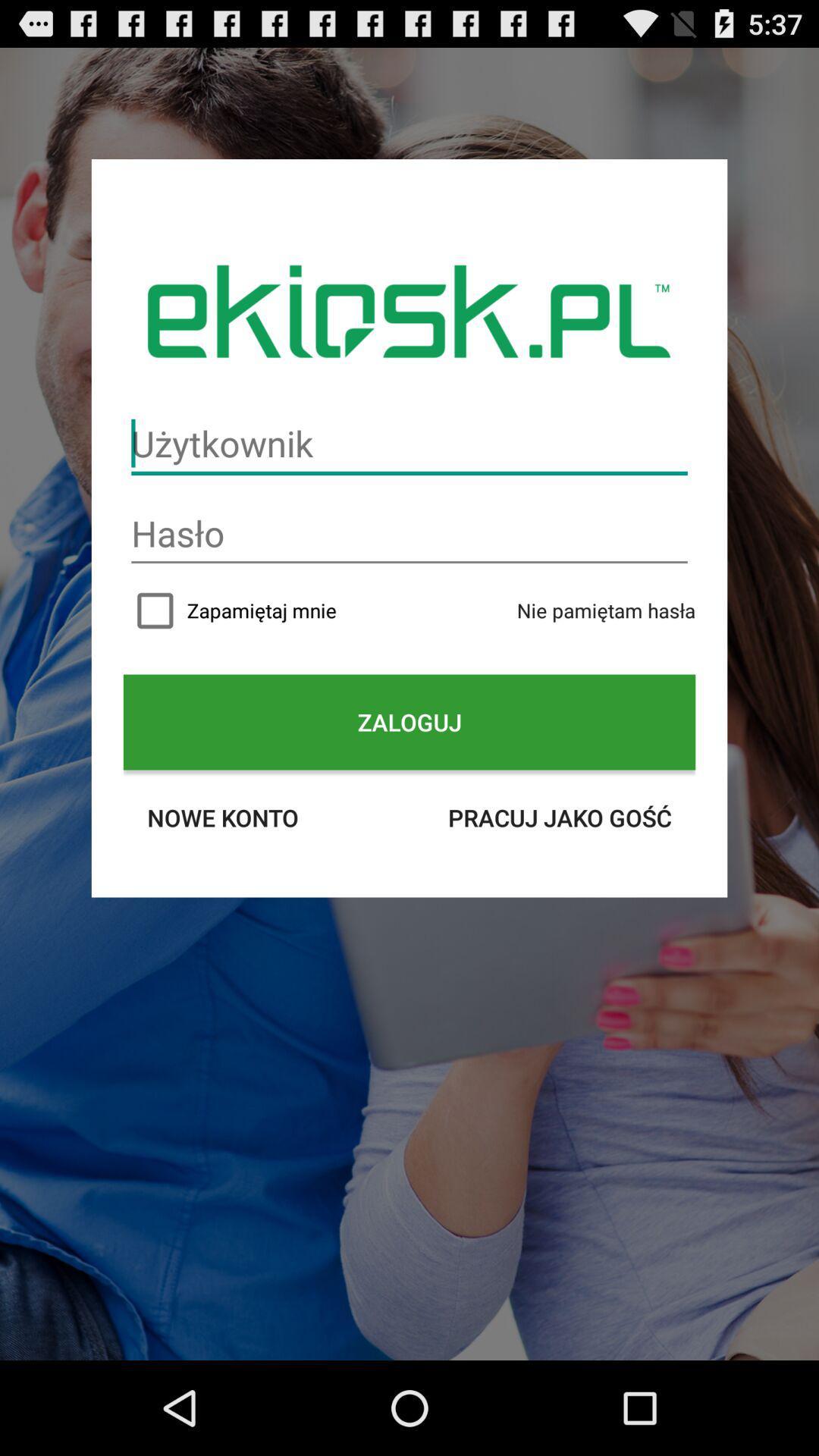 The width and height of the screenshot is (819, 1456). What do you see at coordinates (222, 817) in the screenshot?
I see `nowe konto icon` at bounding box center [222, 817].